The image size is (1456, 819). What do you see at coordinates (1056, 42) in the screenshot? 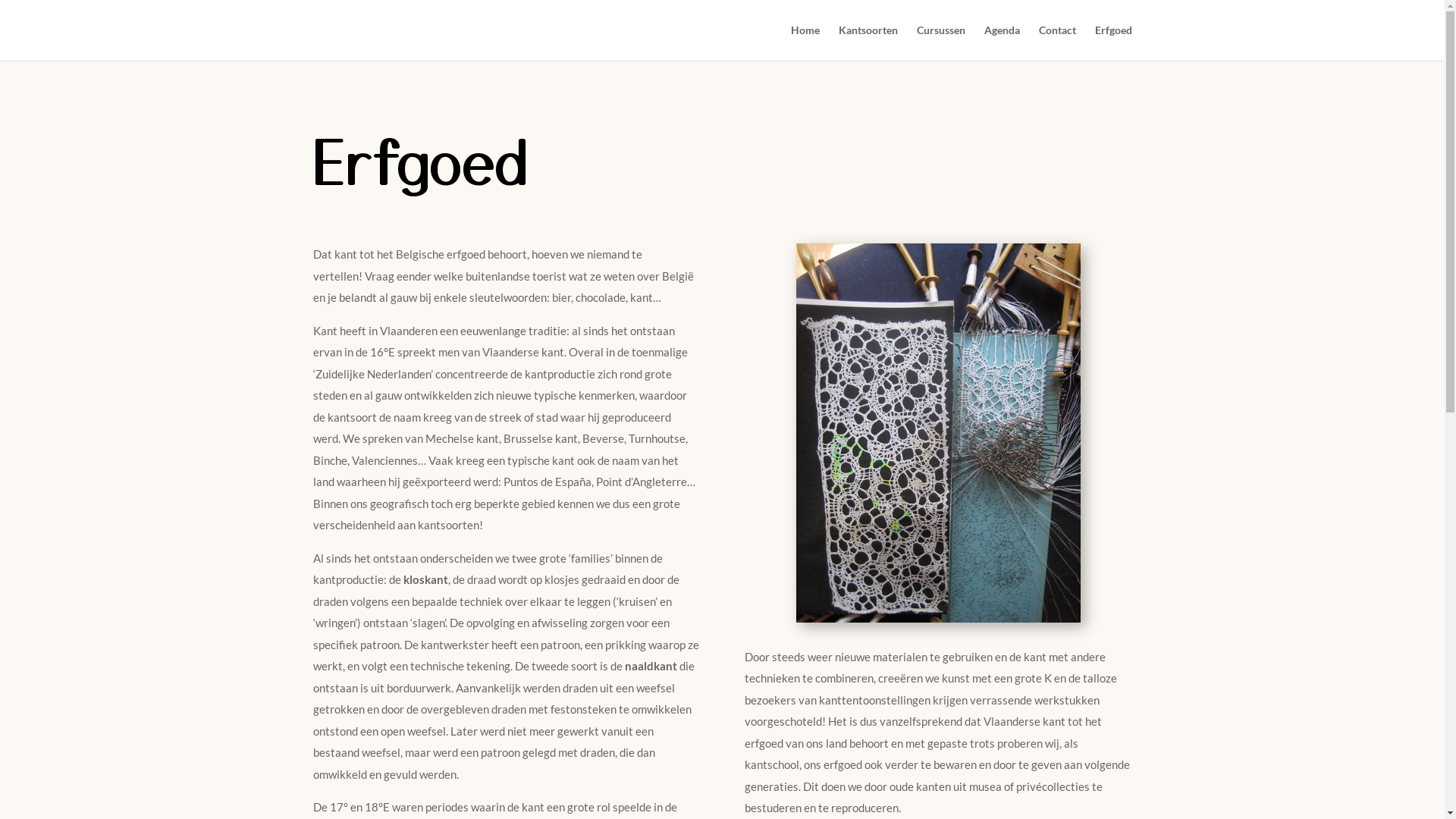
I see `'Contact'` at bounding box center [1056, 42].